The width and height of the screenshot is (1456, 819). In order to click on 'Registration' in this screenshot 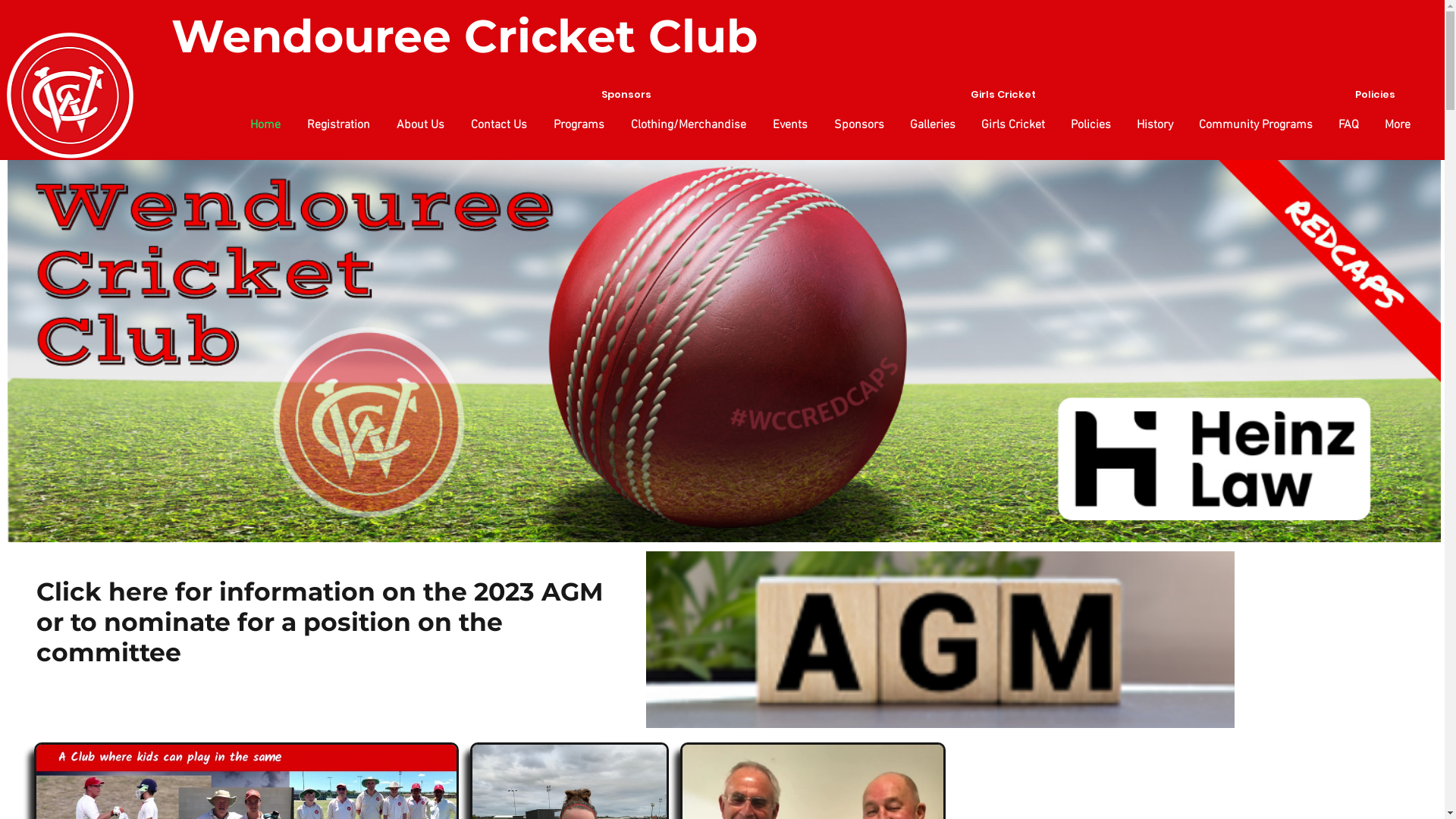, I will do `click(336, 124)`.